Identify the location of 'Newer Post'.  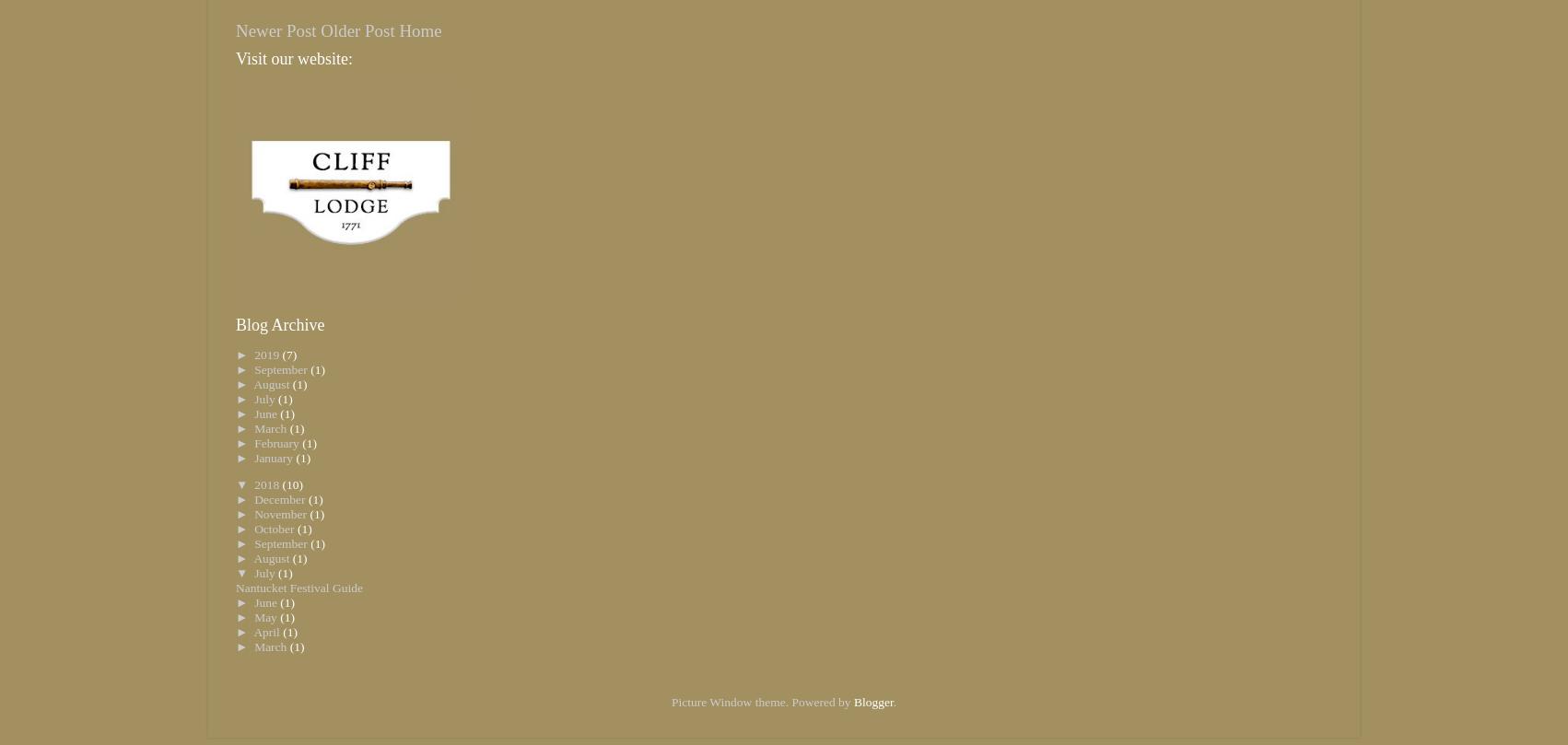
(275, 30).